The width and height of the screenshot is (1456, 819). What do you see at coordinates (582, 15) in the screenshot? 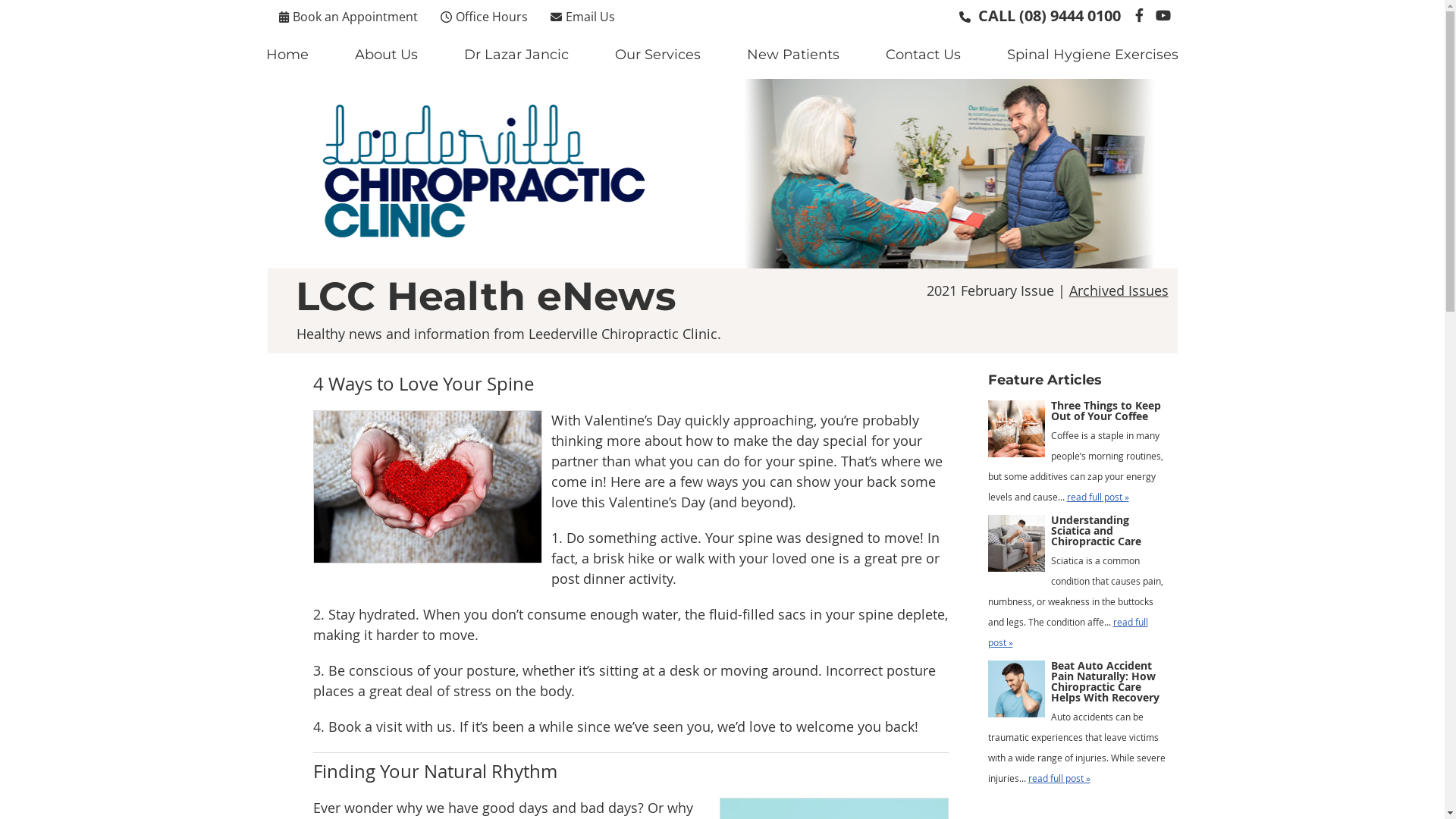
I see `'Email Us'` at bounding box center [582, 15].